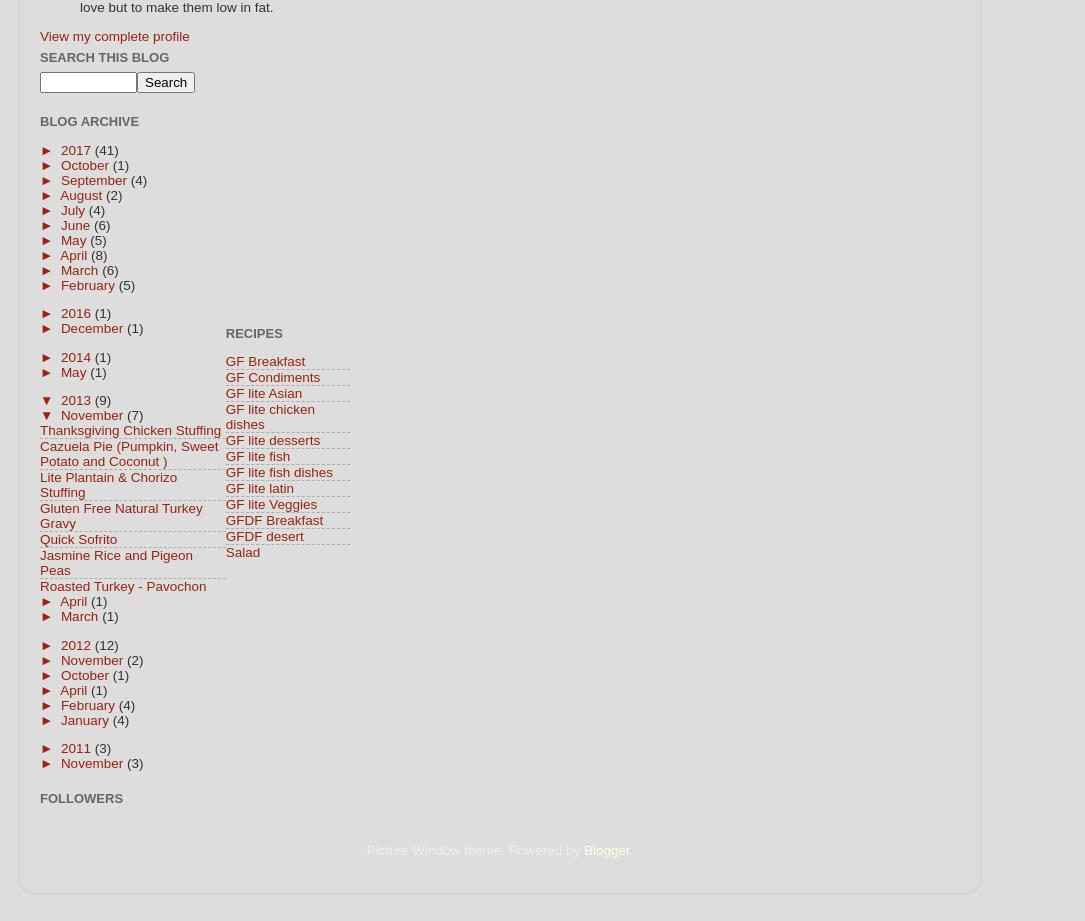 The height and width of the screenshot is (921, 1085). I want to click on 'GFDF desert', so click(225, 535).